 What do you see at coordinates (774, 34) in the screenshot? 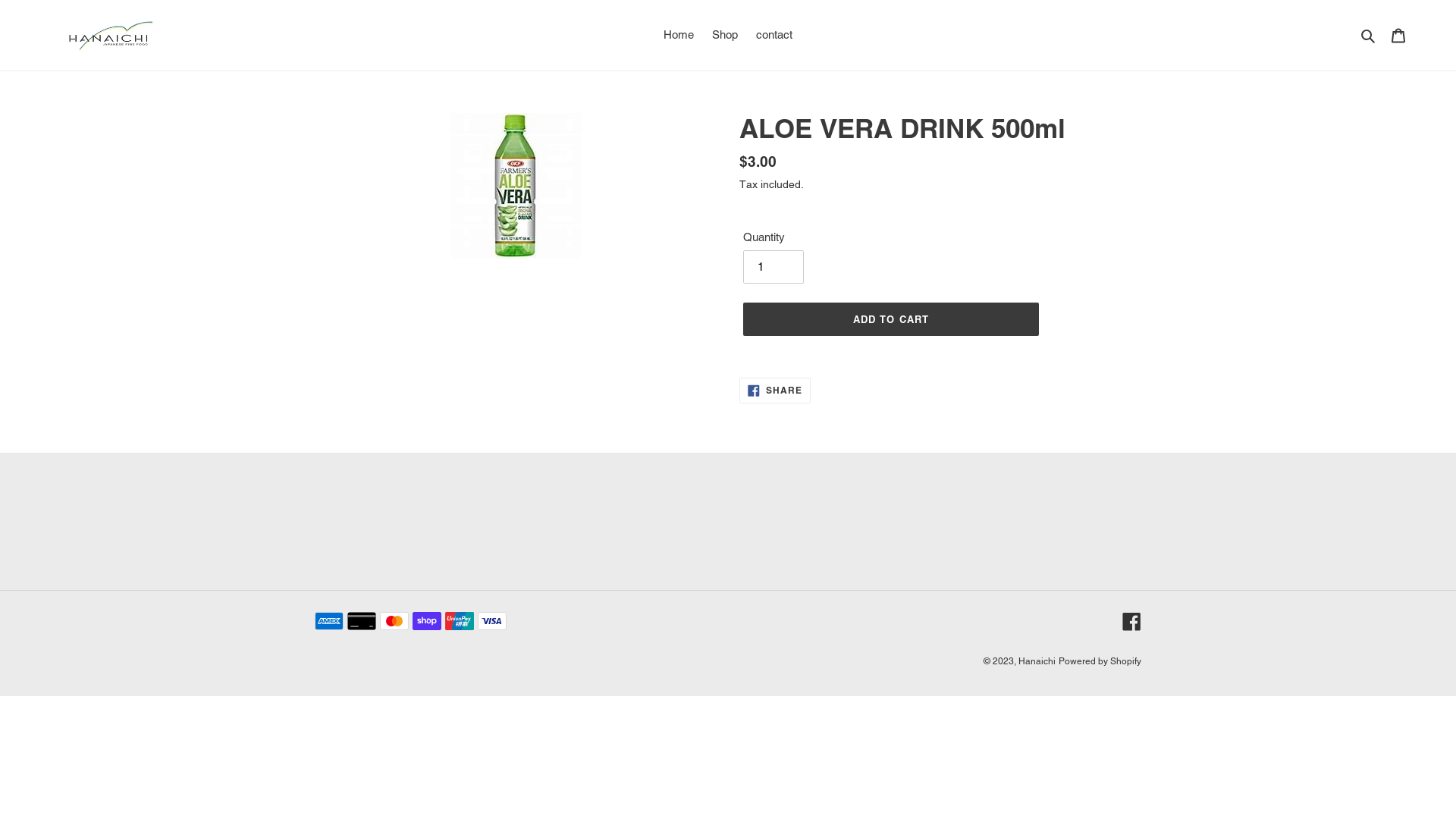
I see `'contact'` at bounding box center [774, 34].